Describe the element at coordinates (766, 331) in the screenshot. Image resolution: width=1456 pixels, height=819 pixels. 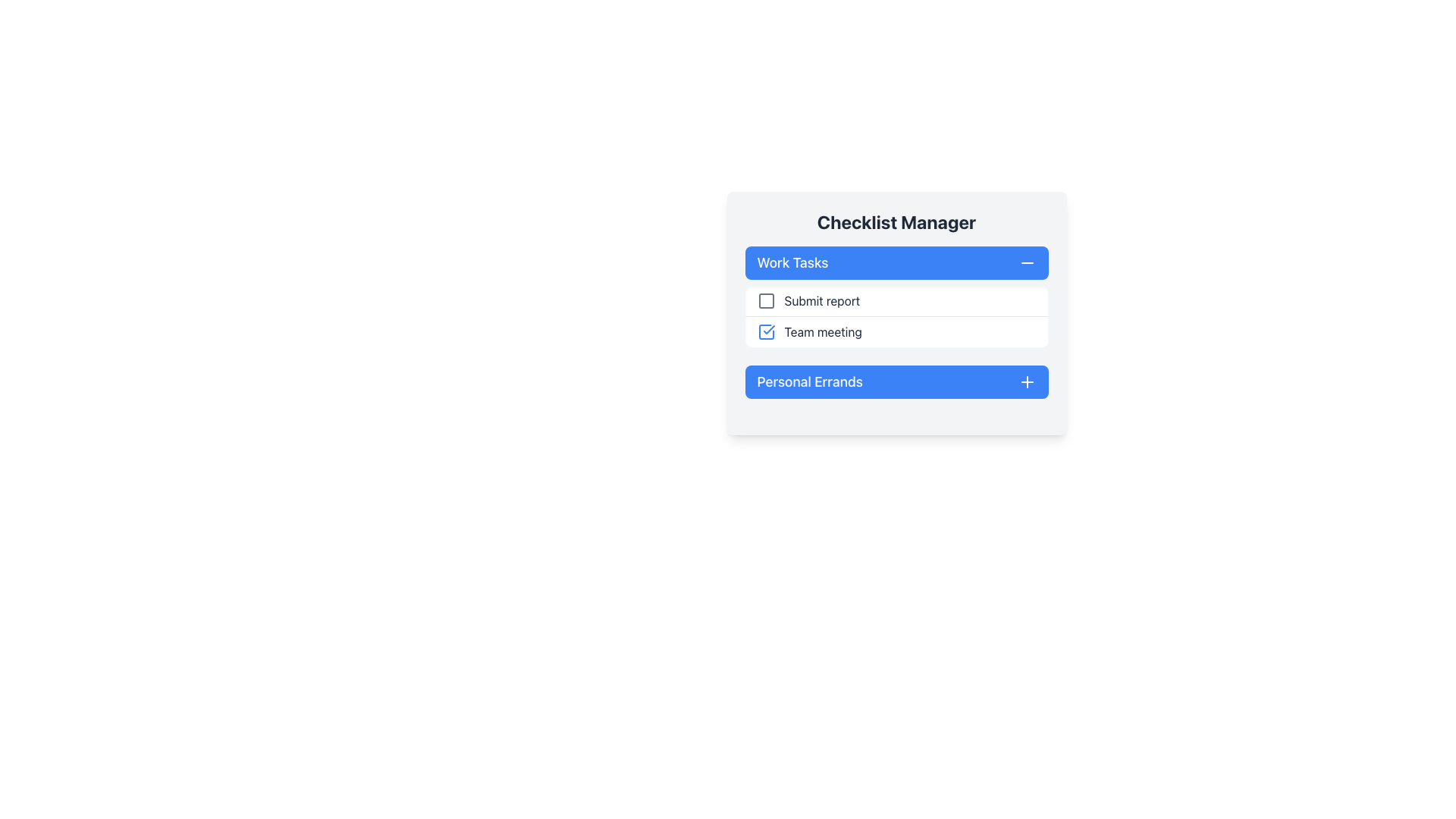
I see `the checkbox for 'Team meeting'` at that location.